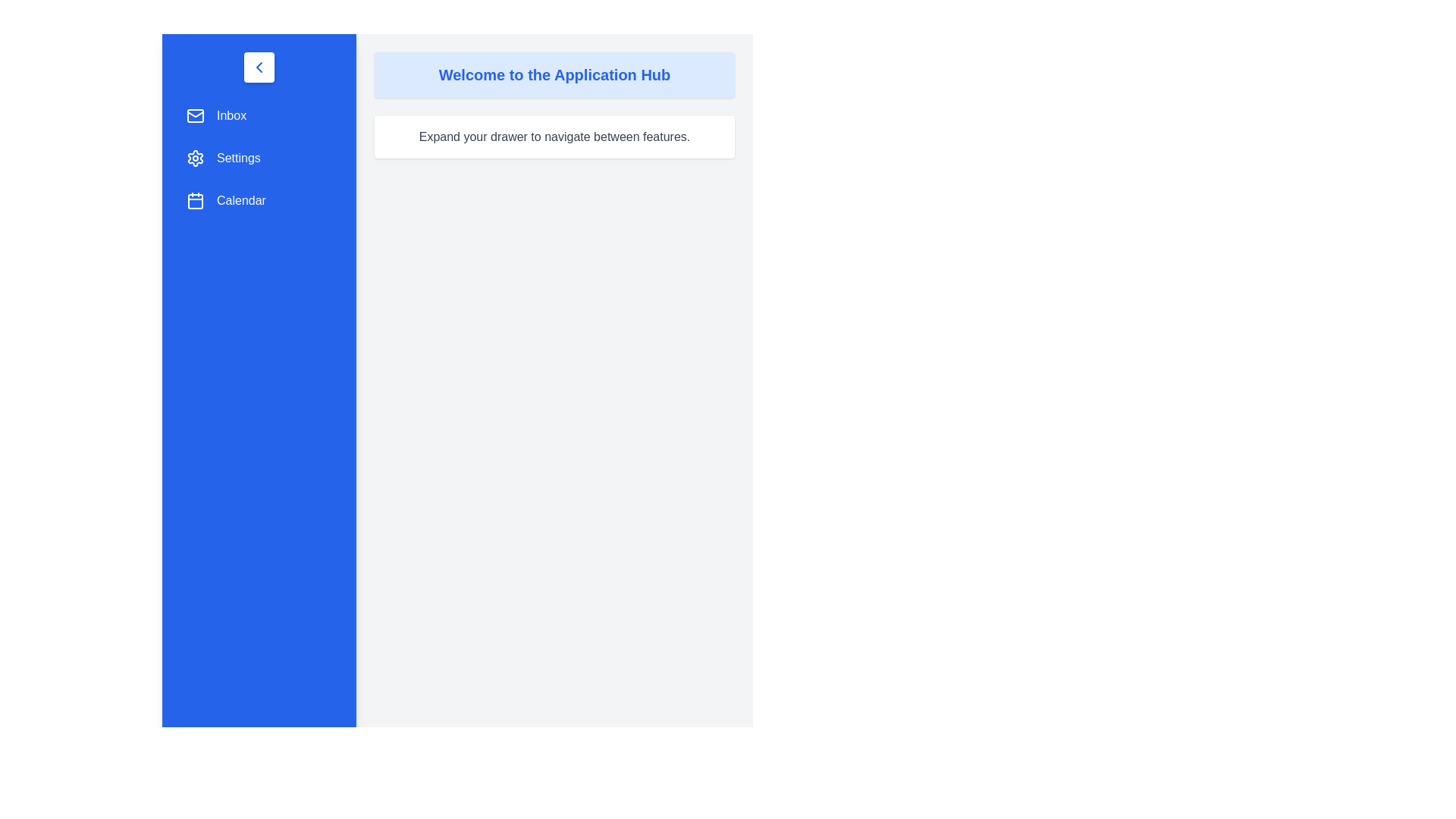 The height and width of the screenshot is (819, 1456). Describe the element at coordinates (259, 66) in the screenshot. I see `the toggle button to change the sidebar state` at that location.